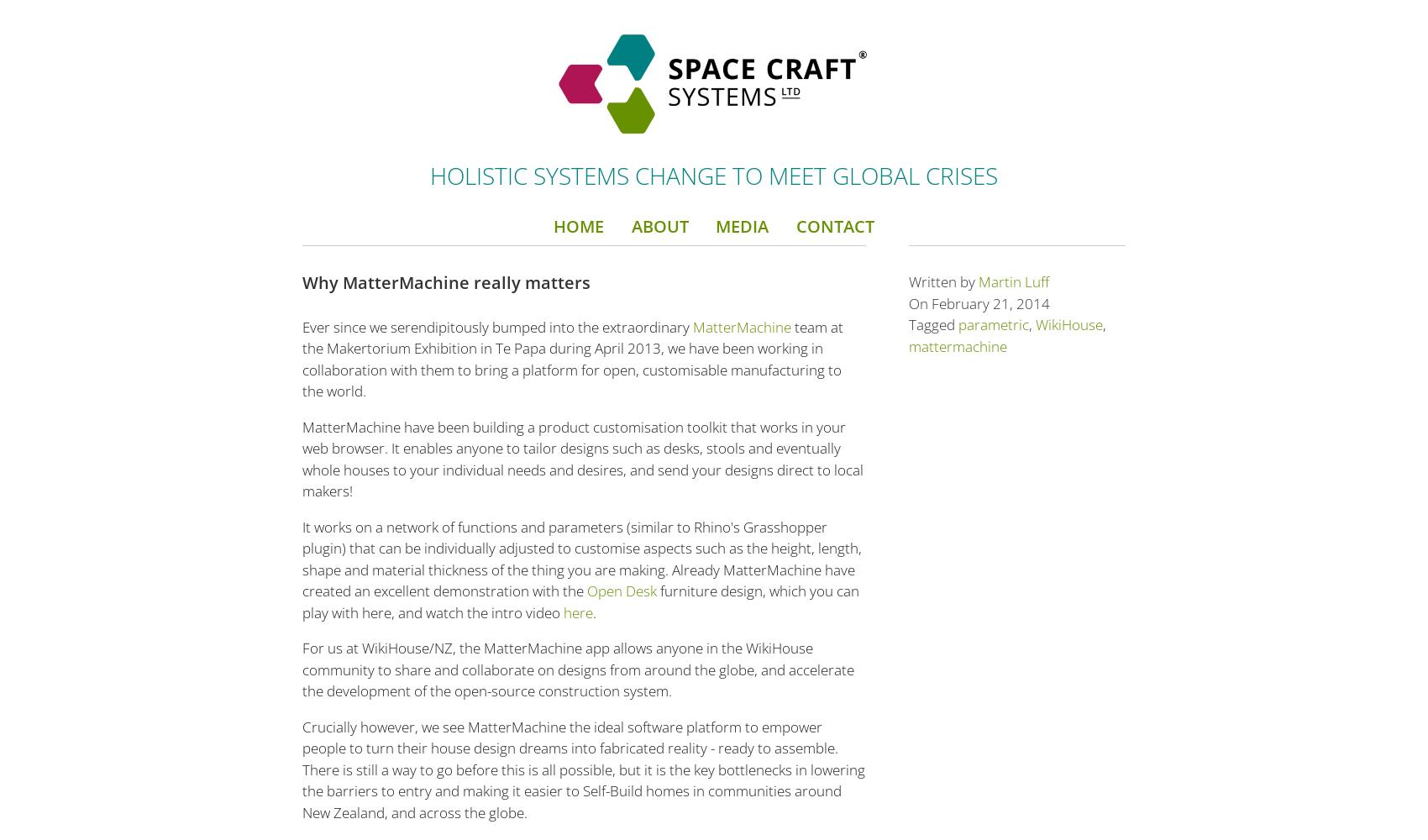  What do you see at coordinates (582, 459) in the screenshot?
I see `'MatterMachine have been building a product customisation toolkit that works in your web browser. It enables anyone to tailor designs such as desks, stools and eventually whole houses to your individual needs and desires, and send your designs direct to local makers!'` at bounding box center [582, 459].